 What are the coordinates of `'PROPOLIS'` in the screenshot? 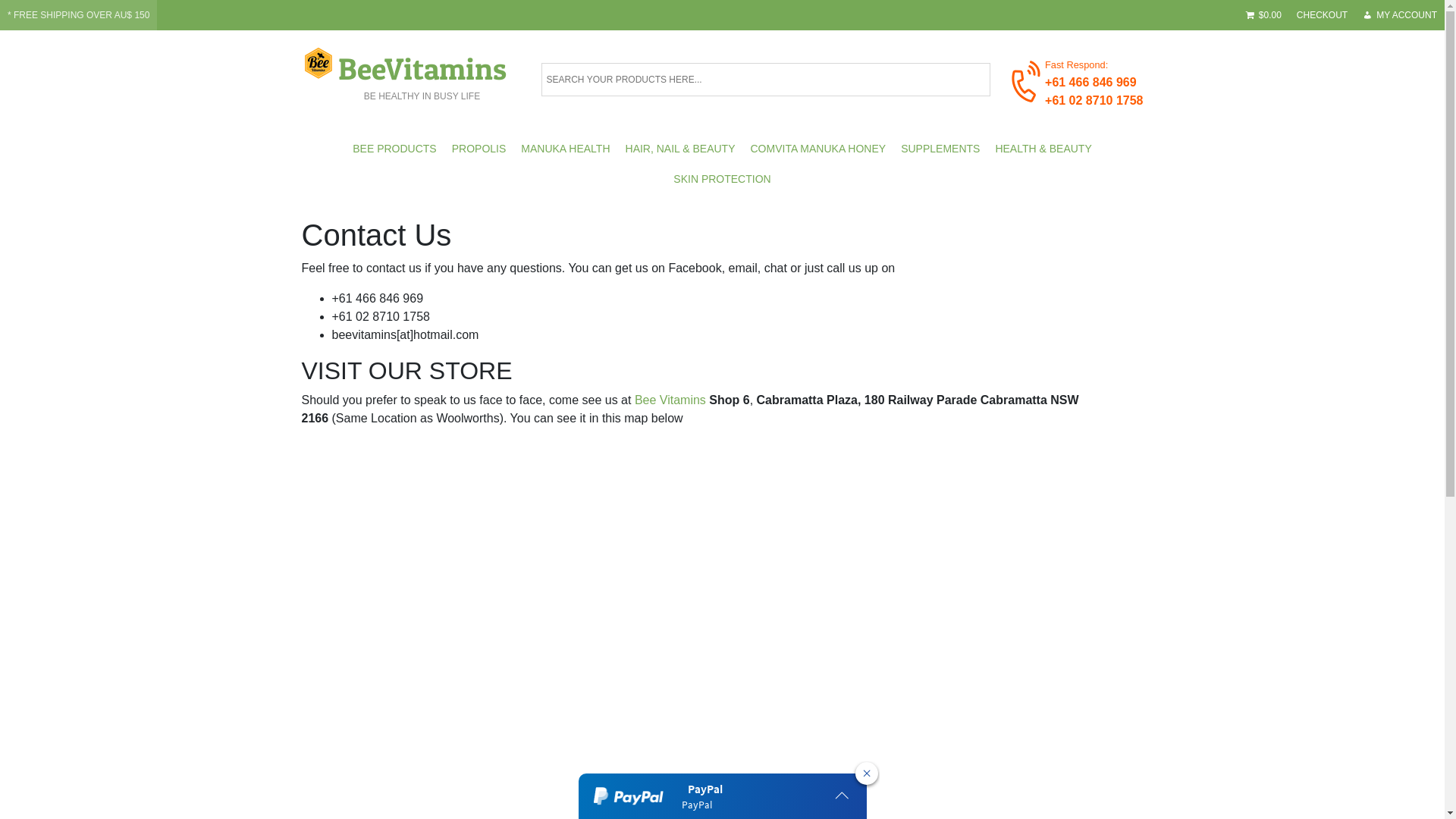 It's located at (443, 149).